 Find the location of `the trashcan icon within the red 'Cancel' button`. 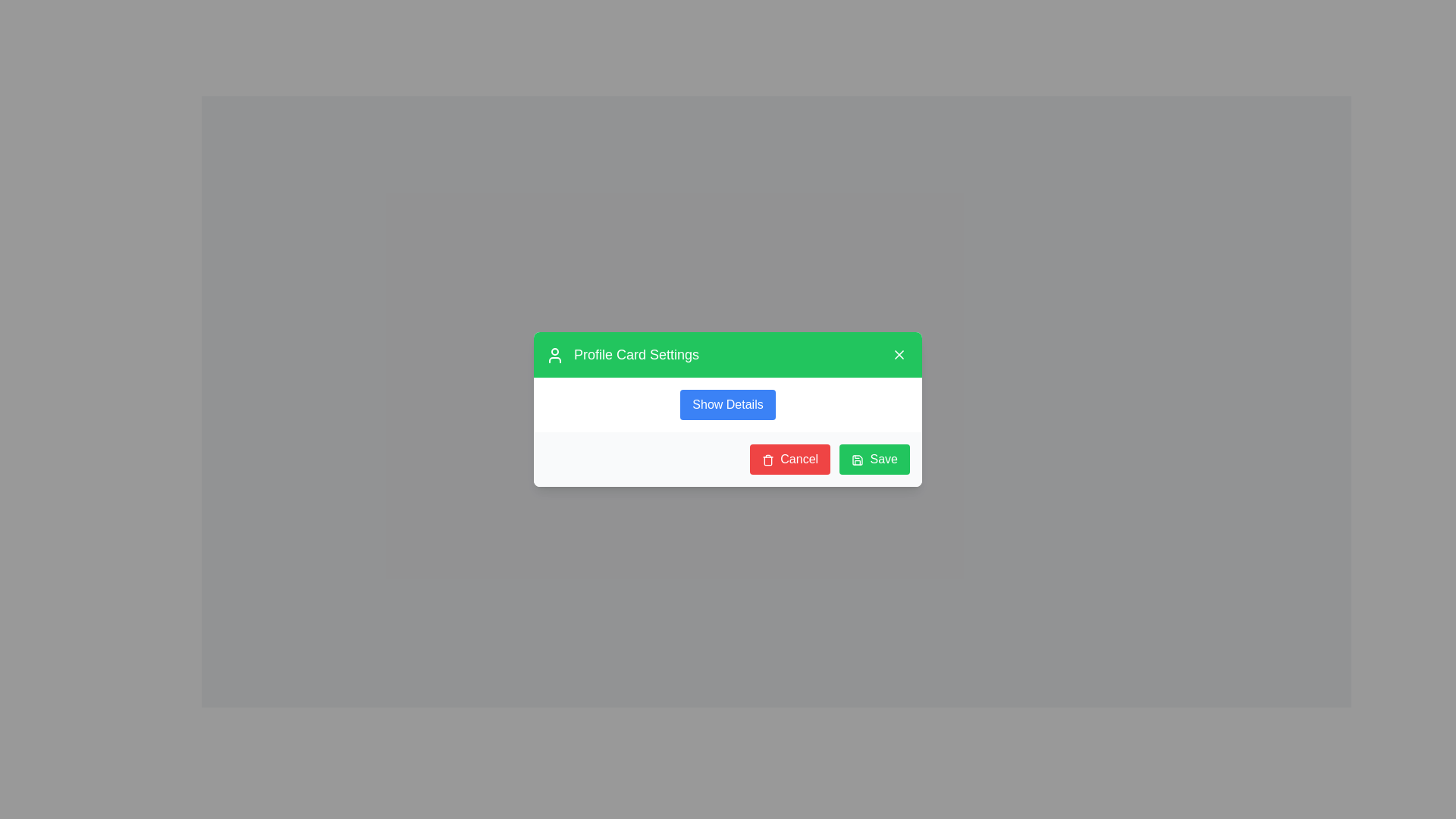

the trashcan icon within the red 'Cancel' button is located at coordinates (767, 459).